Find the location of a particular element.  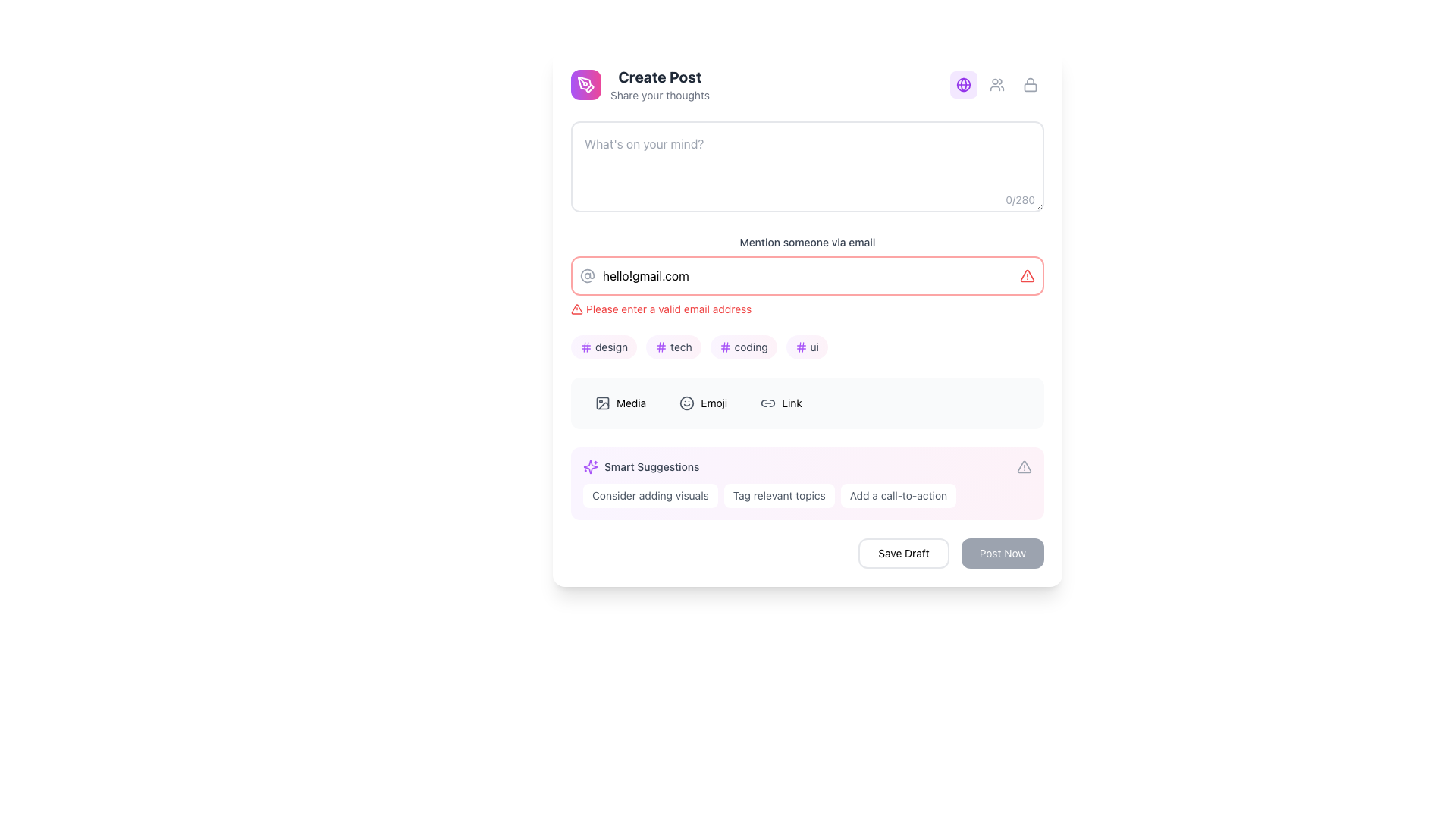

the SVG graphic circle that visually represents a part of the globe icon located at the top-right area of the interface is located at coordinates (963, 84).